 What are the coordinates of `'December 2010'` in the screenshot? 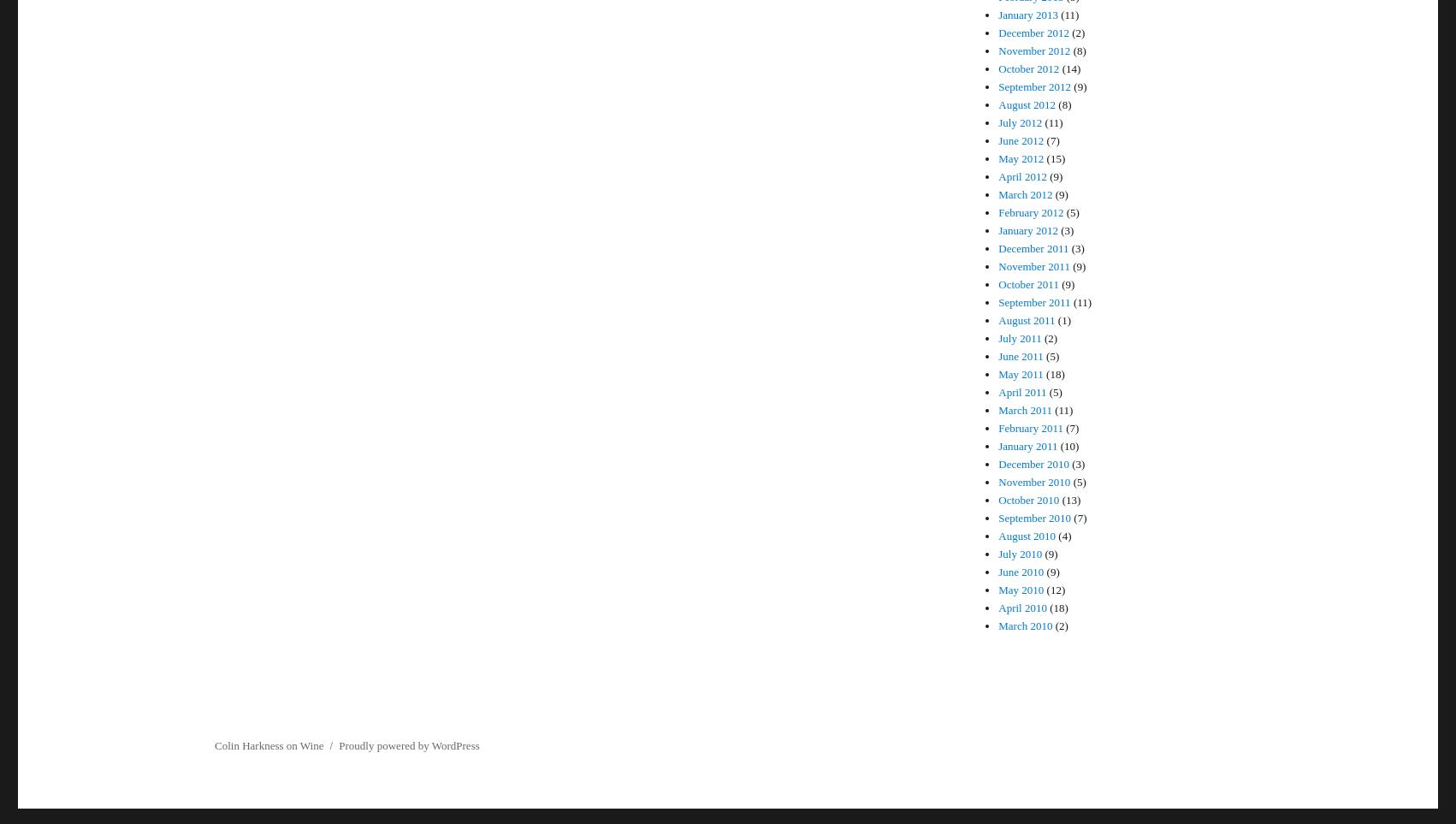 It's located at (1033, 463).